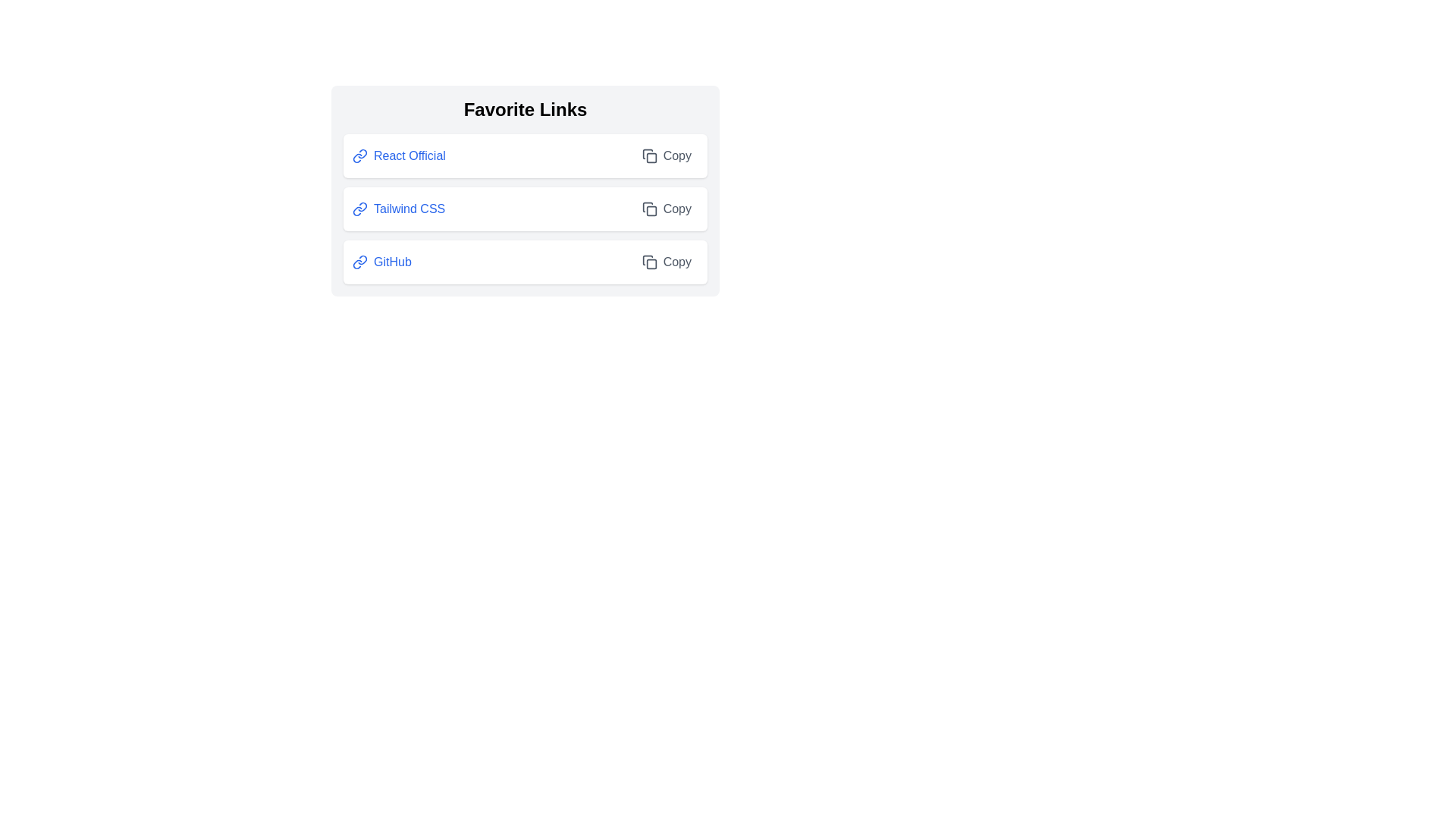  Describe the element at coordinates (676, 262) in the screenshot. I see `the 'Copy' text label located to the right of the SVG icon within the 'Copy' button in the row associated with 'GitHub'` at that location.